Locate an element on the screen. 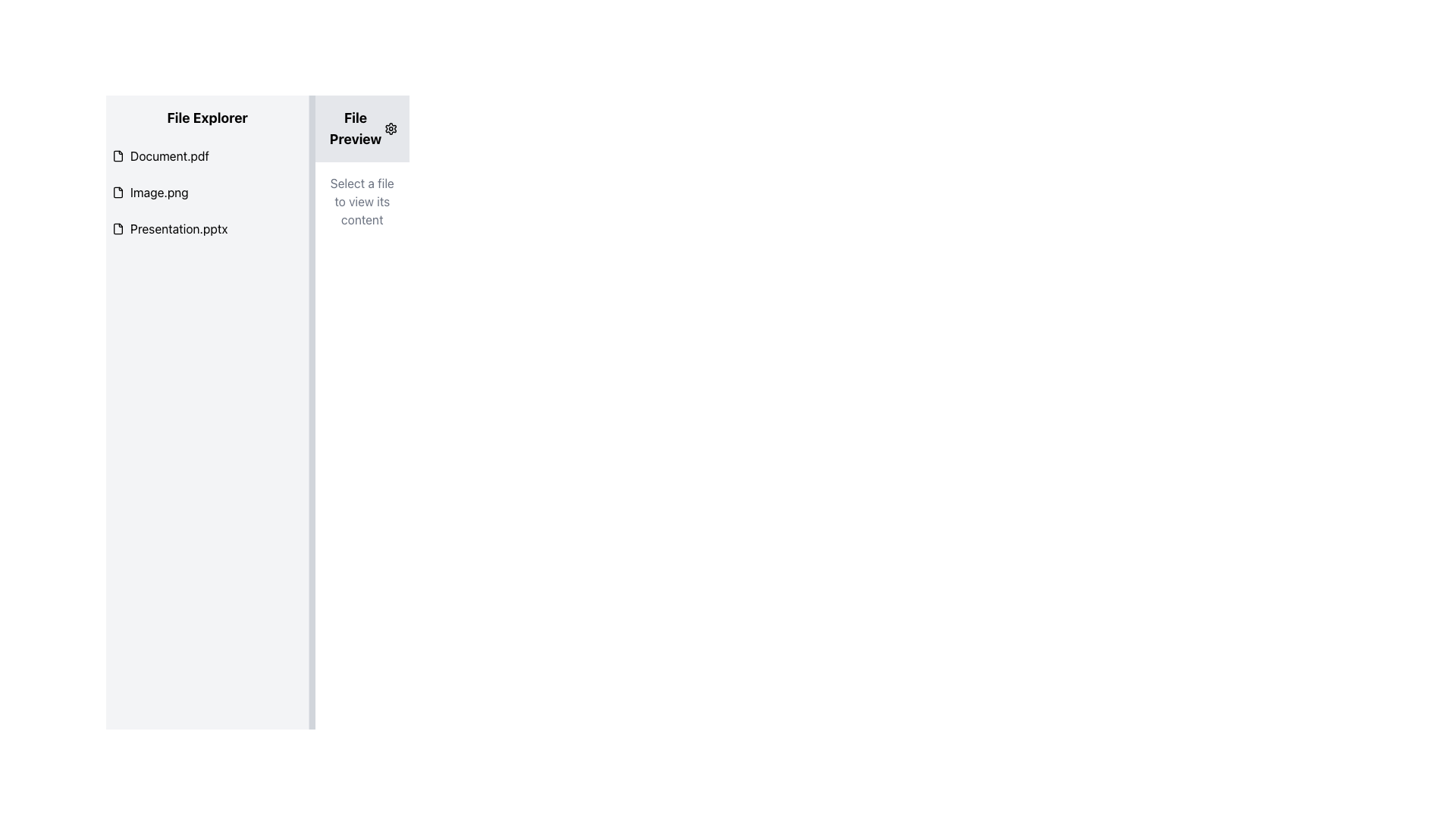  the file item labeled 'Presentation.pptx' from the File Explorer section is located at coordinates (206, 228).